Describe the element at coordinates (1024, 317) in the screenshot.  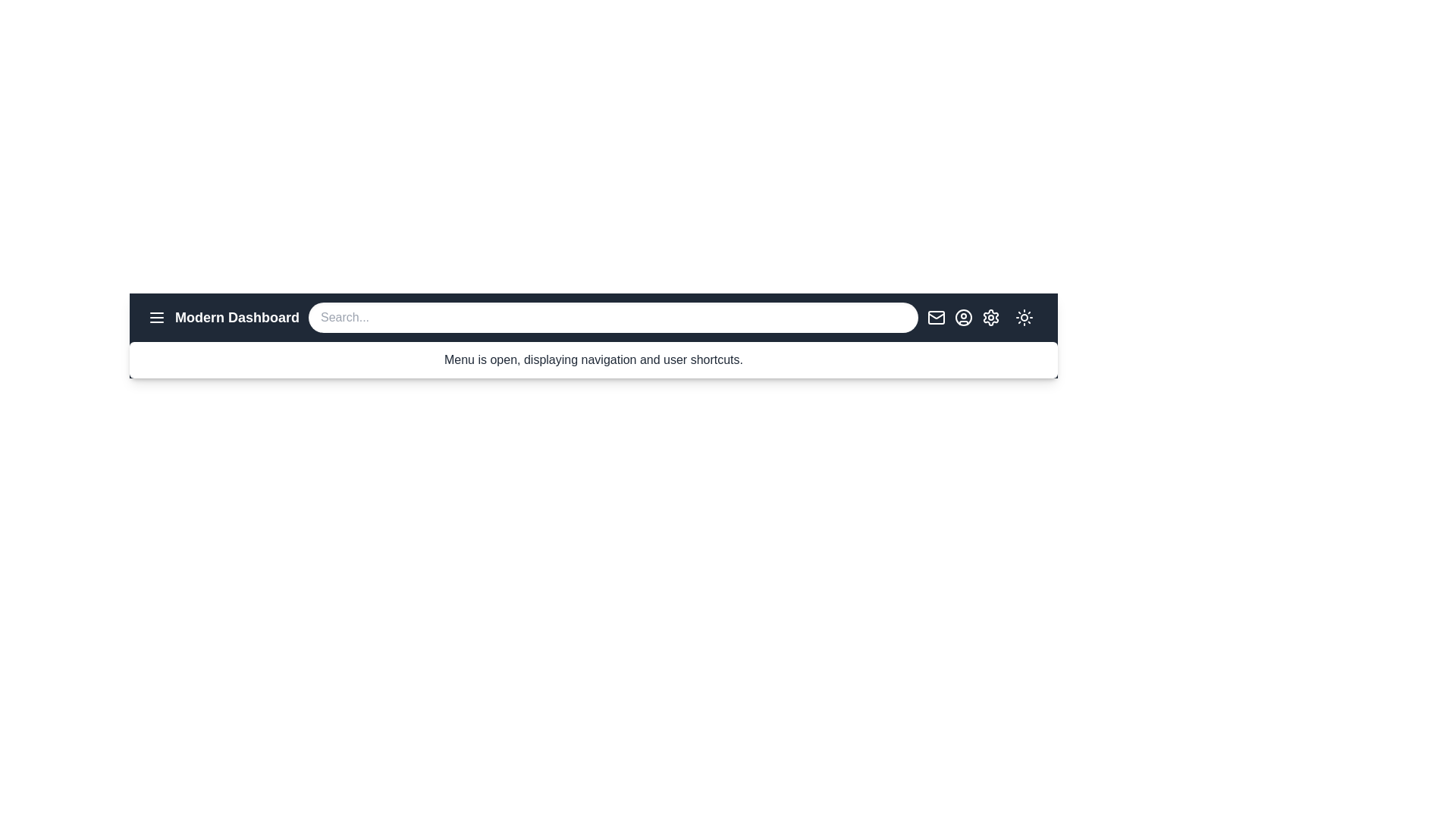
I see `the sun/moon icon to toggle the dark mode` at that location.